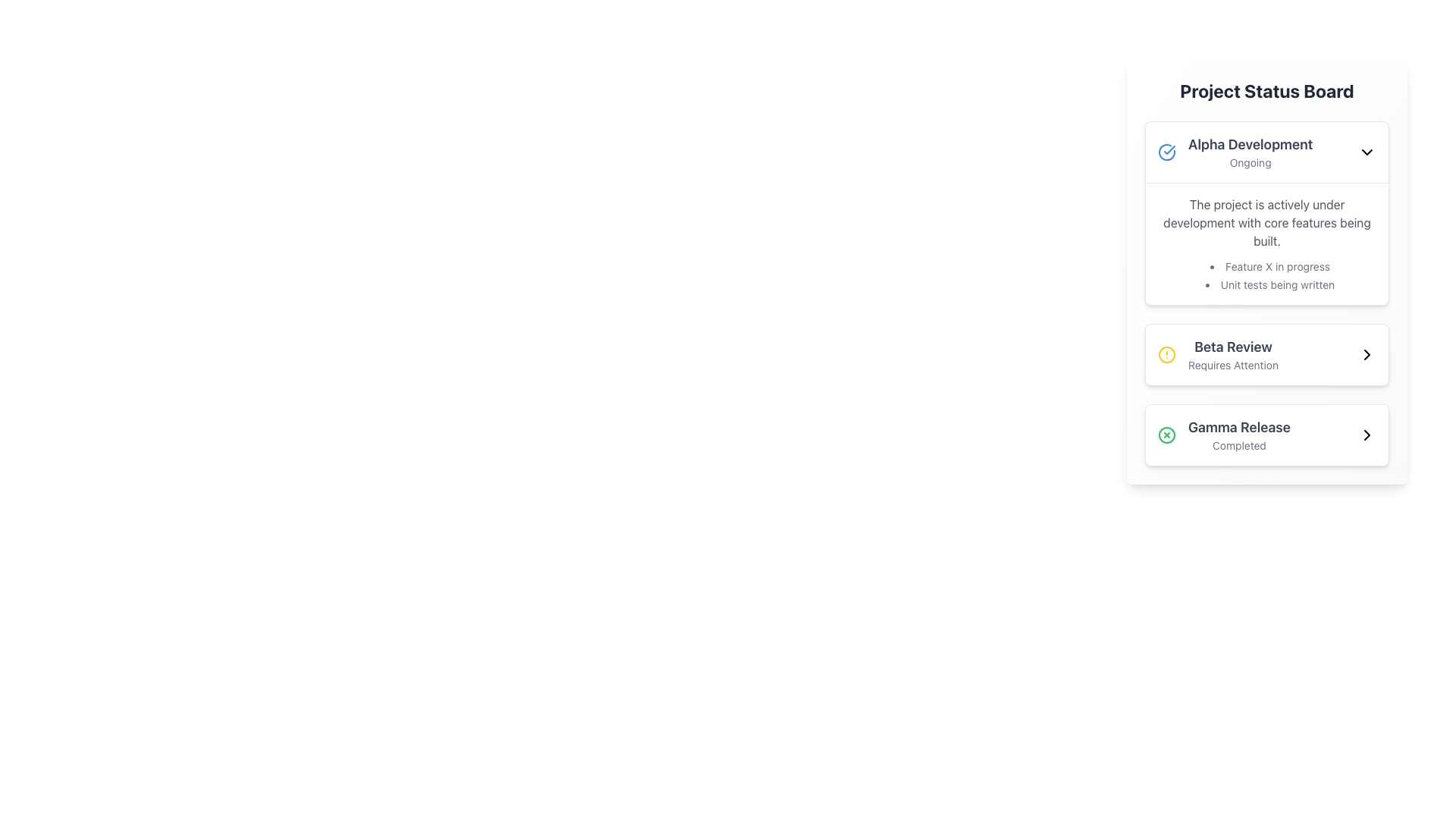 The image size is (1456, 819). I want to click on the status label for the 'Gamma Release' project, located underneath the 'Gamma Release' text in the 'Project Status Board', so click(1239, 444).